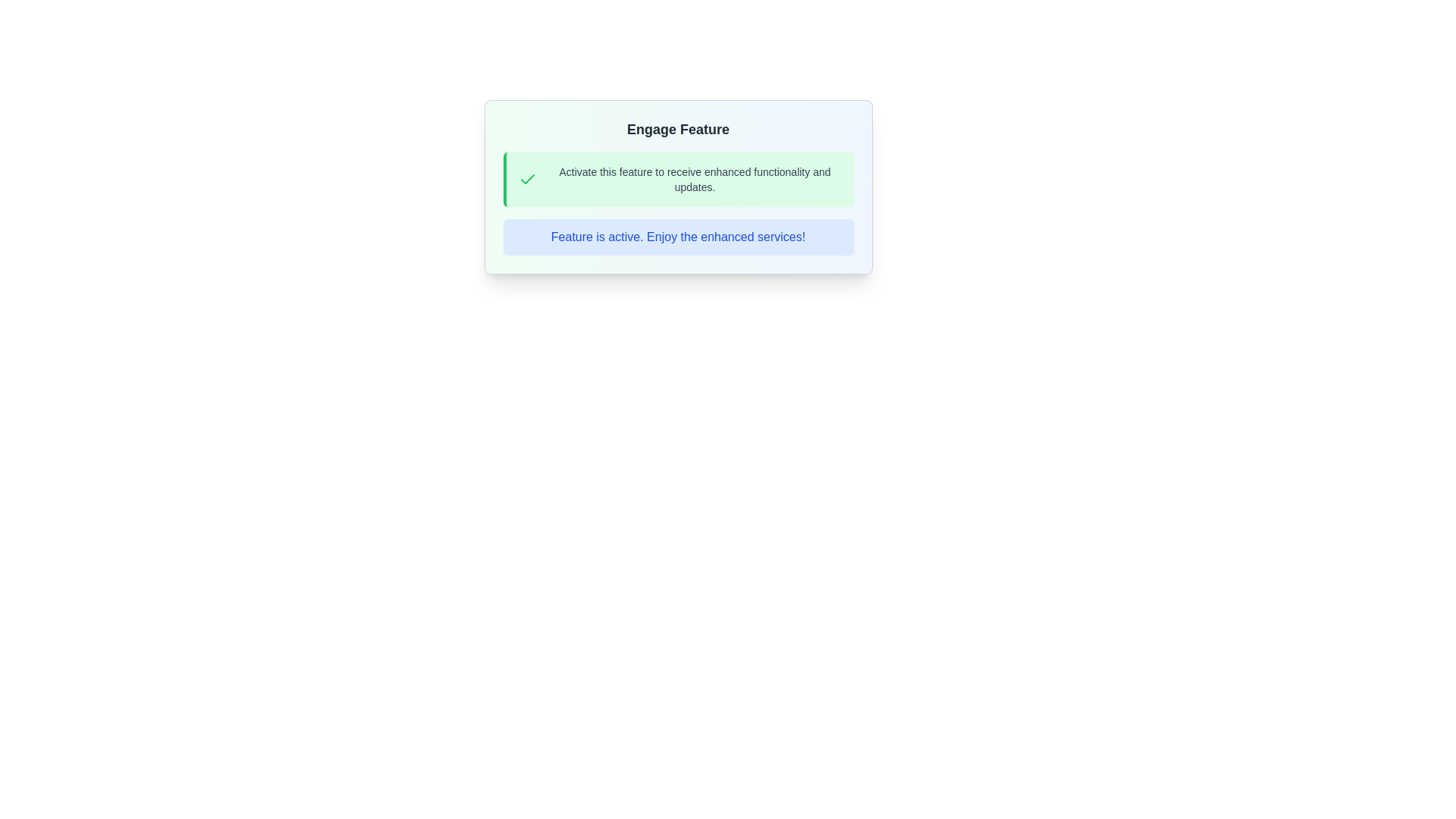  What do you see at coordinates (694, 178) in the screenshot?
I see `text content of the Text block element that states 'Activate this feature to receive enhanced functionality and updates.'` at bounding box center [694, 178].